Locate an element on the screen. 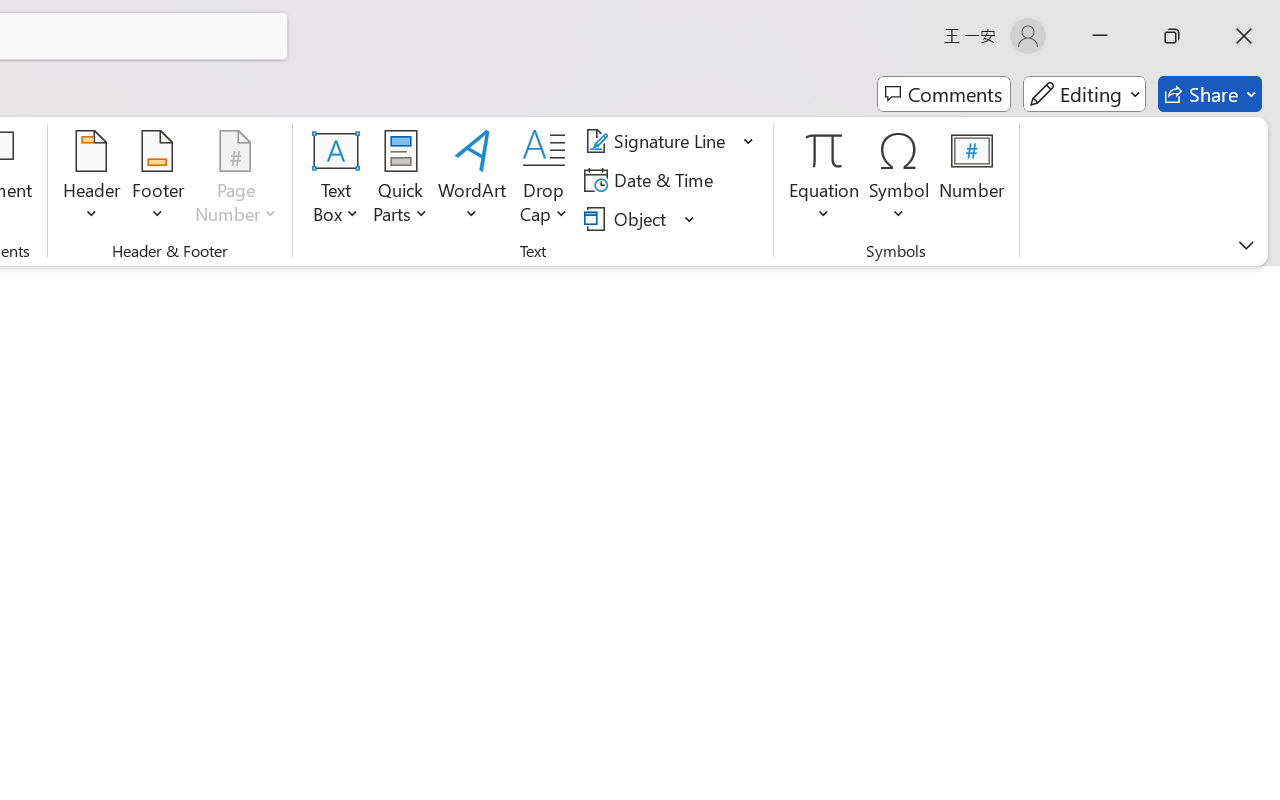 The height and width of the screenshot is (800, 1280). 'Signature Line' is located at coordinates (658, 141).